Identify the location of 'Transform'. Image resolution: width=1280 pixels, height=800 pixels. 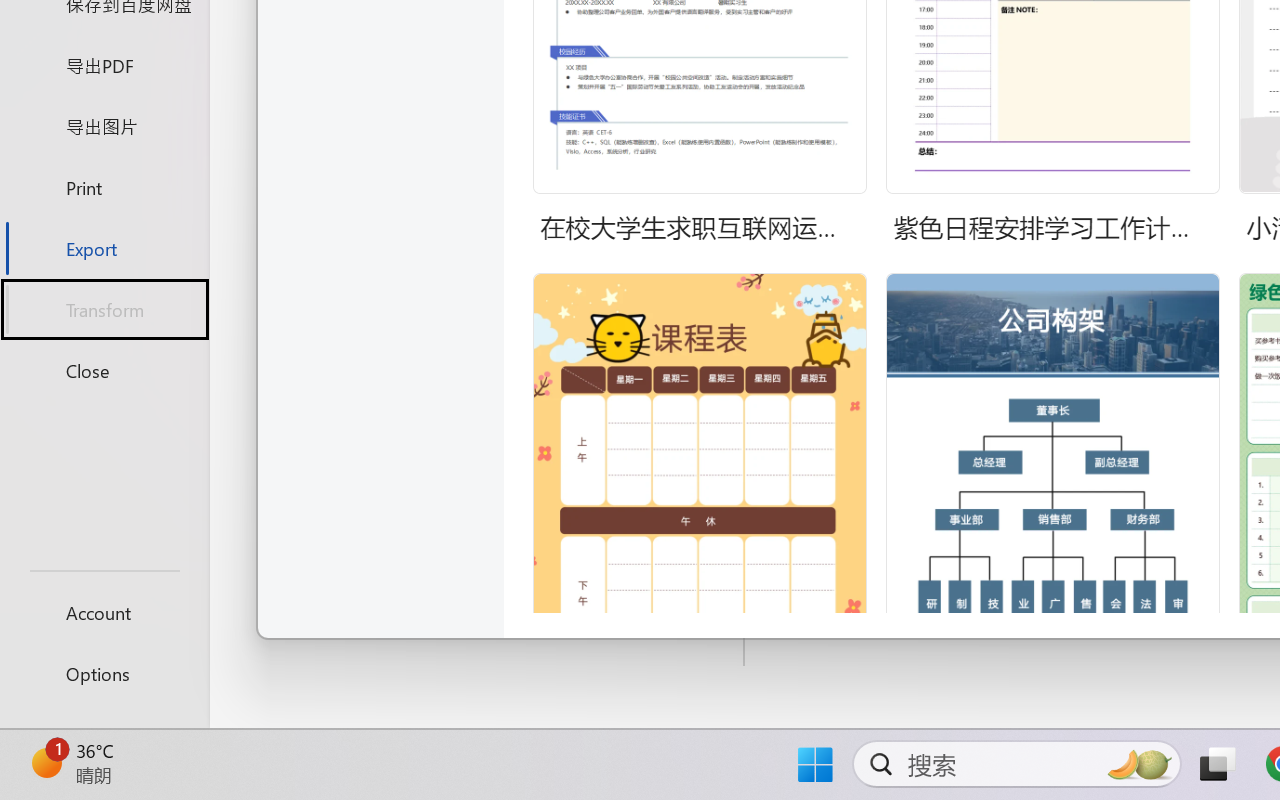
(103, 308).